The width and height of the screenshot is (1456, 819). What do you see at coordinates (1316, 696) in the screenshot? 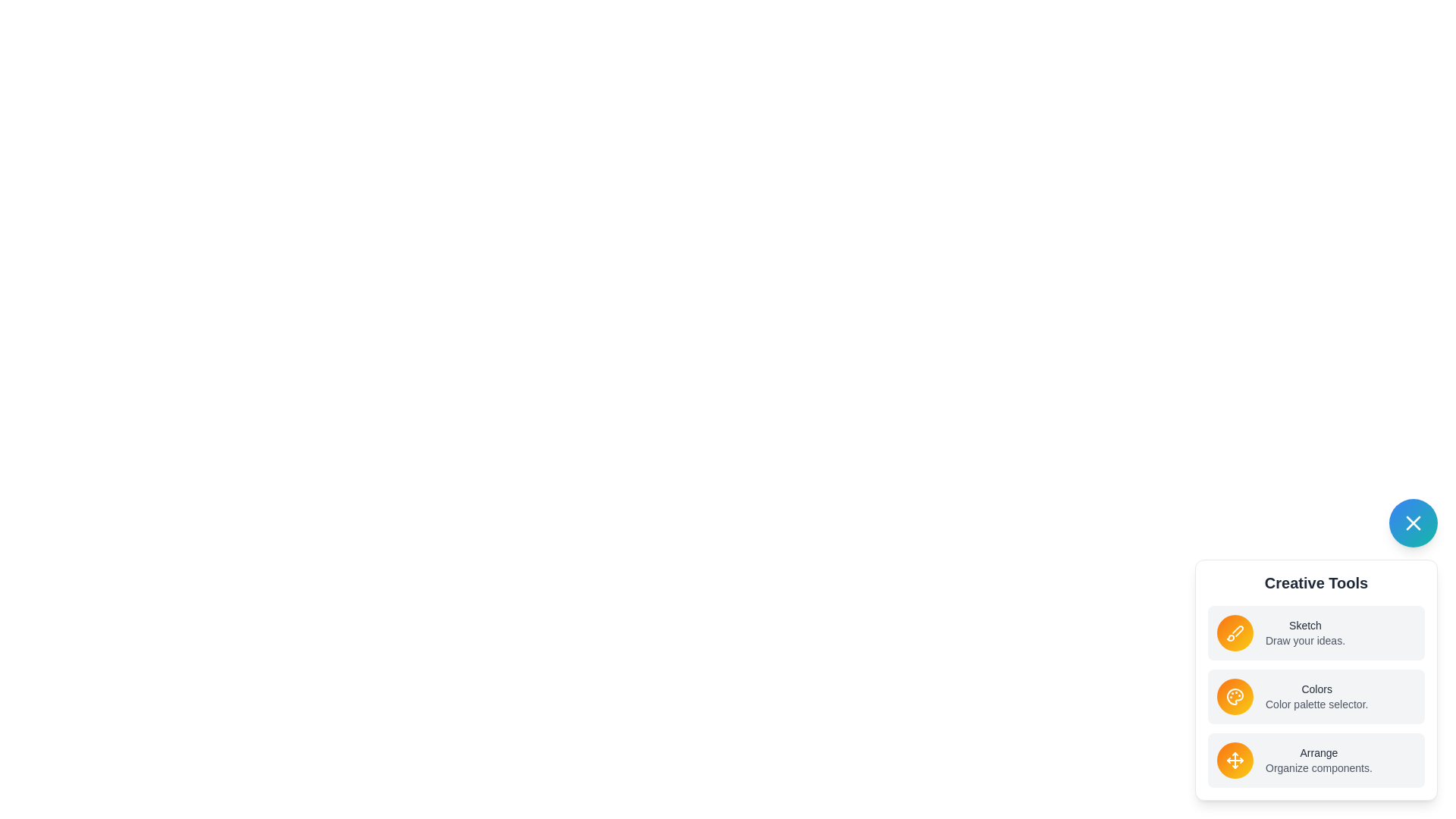
I see `the tool labeled Colors in the list` at bounding box center [1316, 696].